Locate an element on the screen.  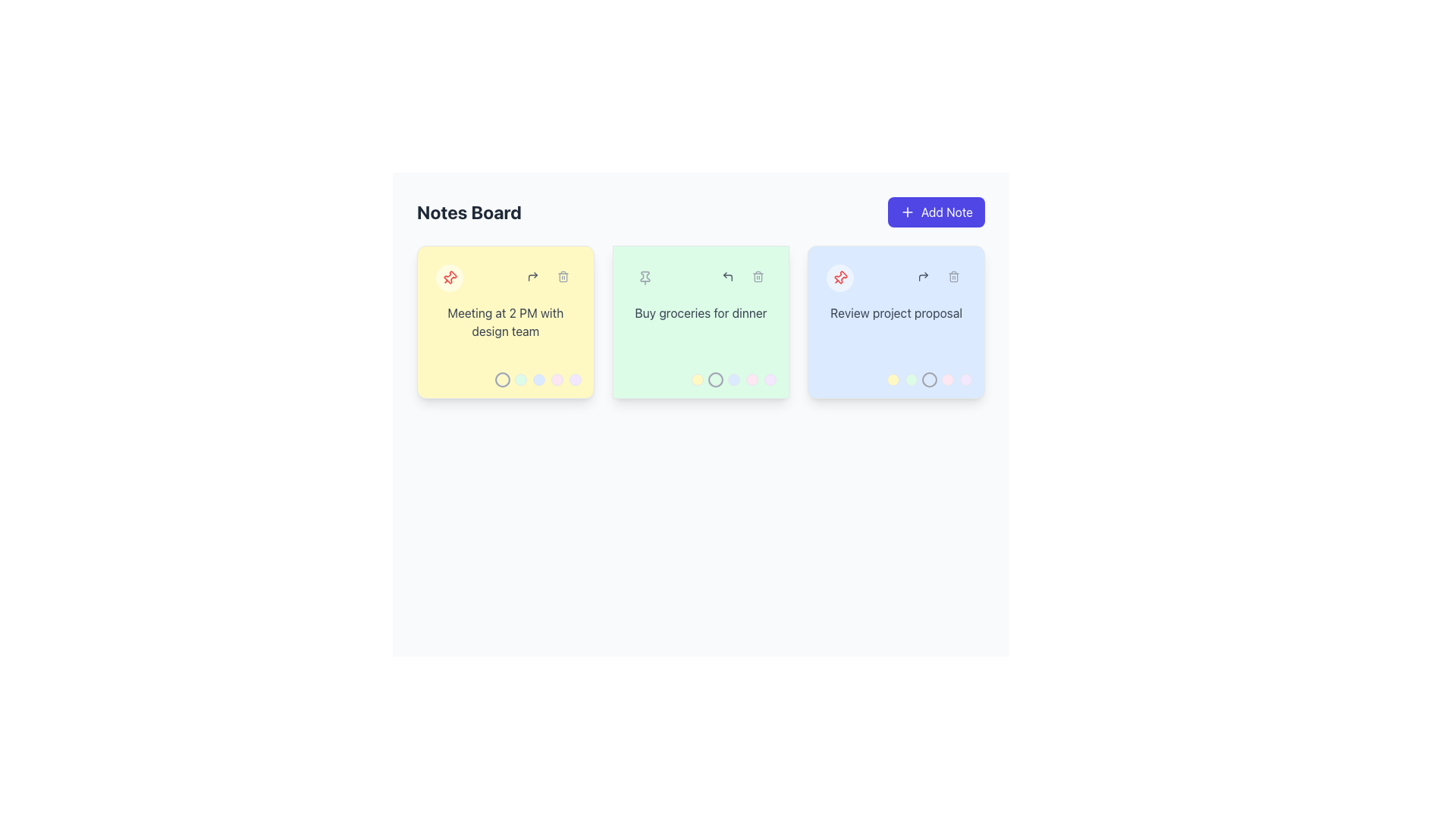
the yellow rectangular Information display card that contains the text 'Meeting at 2 PM with design team' is located at coordinates (505, 321).